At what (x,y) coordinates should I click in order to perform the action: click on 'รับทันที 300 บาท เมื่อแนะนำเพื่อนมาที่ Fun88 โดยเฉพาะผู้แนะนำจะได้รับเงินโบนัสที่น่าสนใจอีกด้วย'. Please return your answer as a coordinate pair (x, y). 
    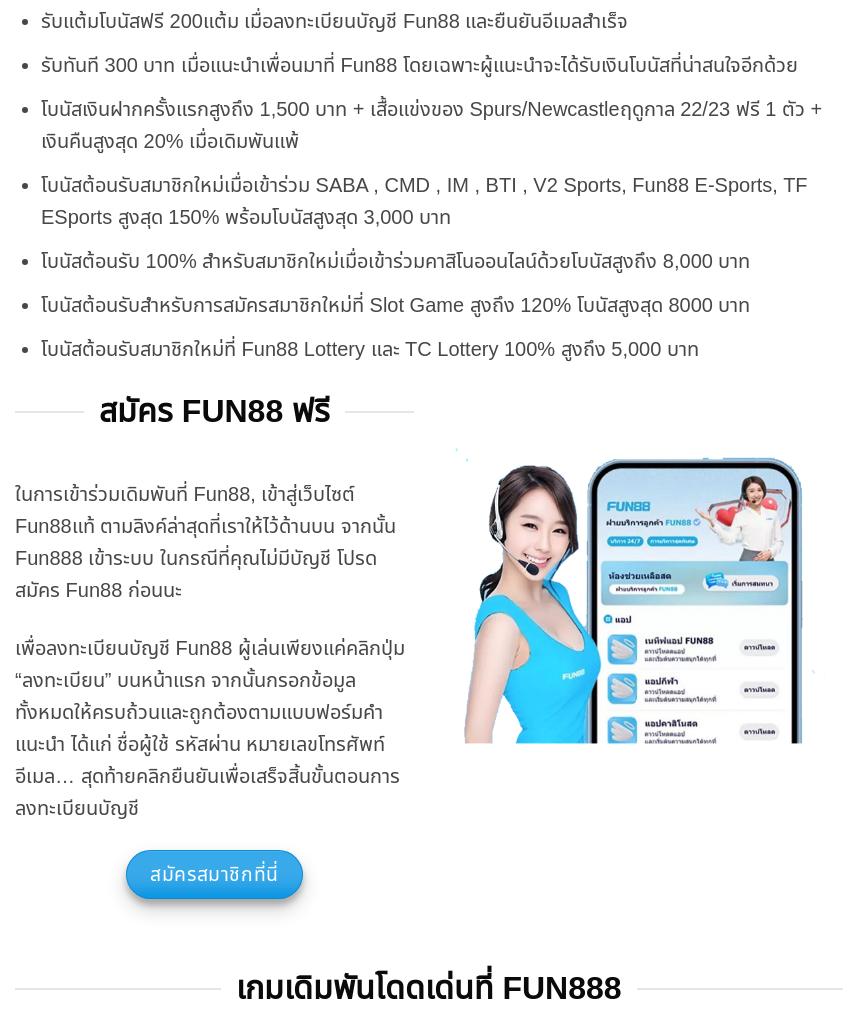
    Looking at the image, I should click on (417, 64).